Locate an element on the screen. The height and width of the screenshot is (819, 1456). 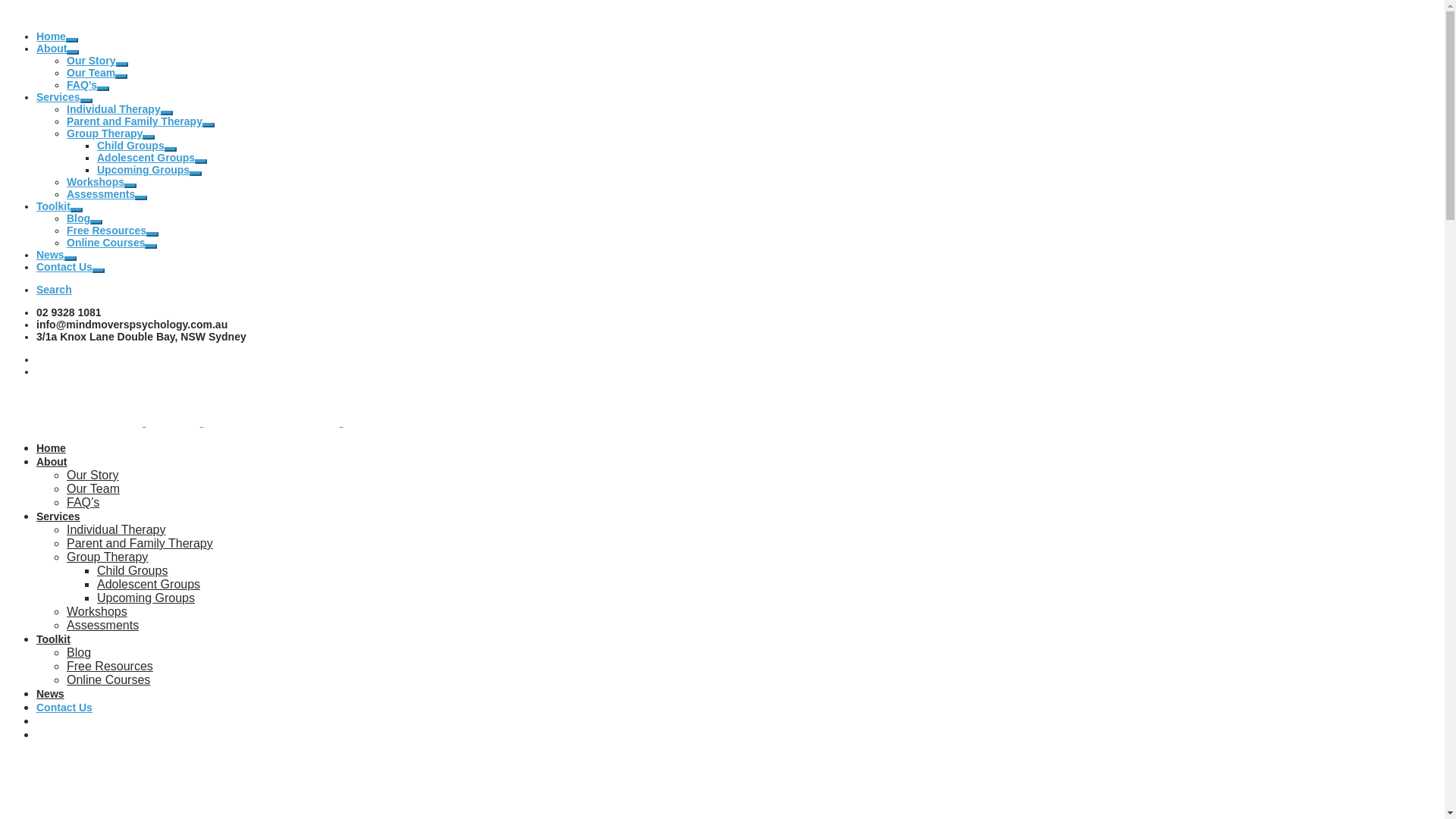
'Workshops' is located at coordinates (94, 180).